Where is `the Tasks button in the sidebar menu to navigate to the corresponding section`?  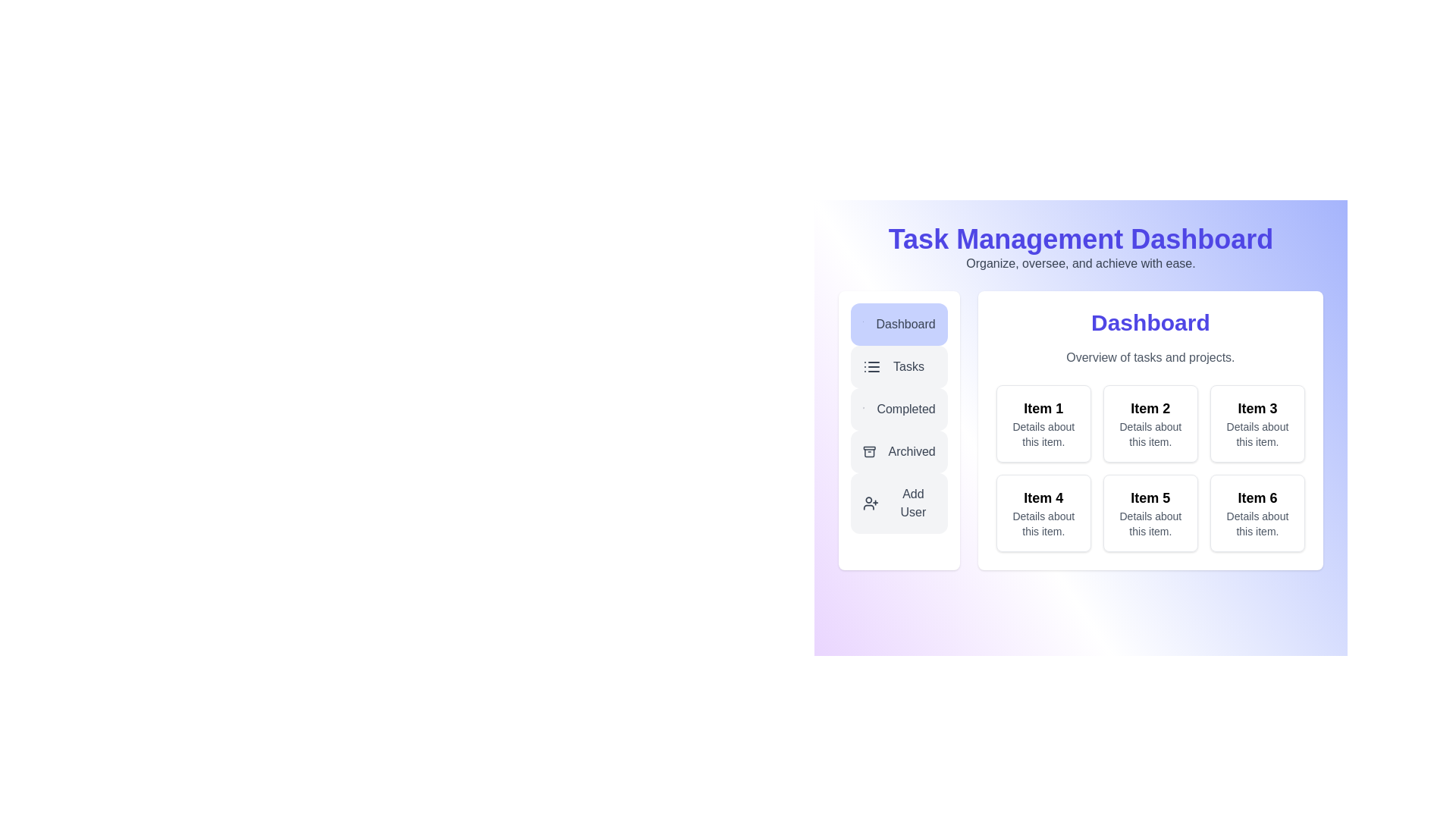
the Tasks button in the sidebar menu to navigate to the corresponding section is located at coordinates (899, 366).